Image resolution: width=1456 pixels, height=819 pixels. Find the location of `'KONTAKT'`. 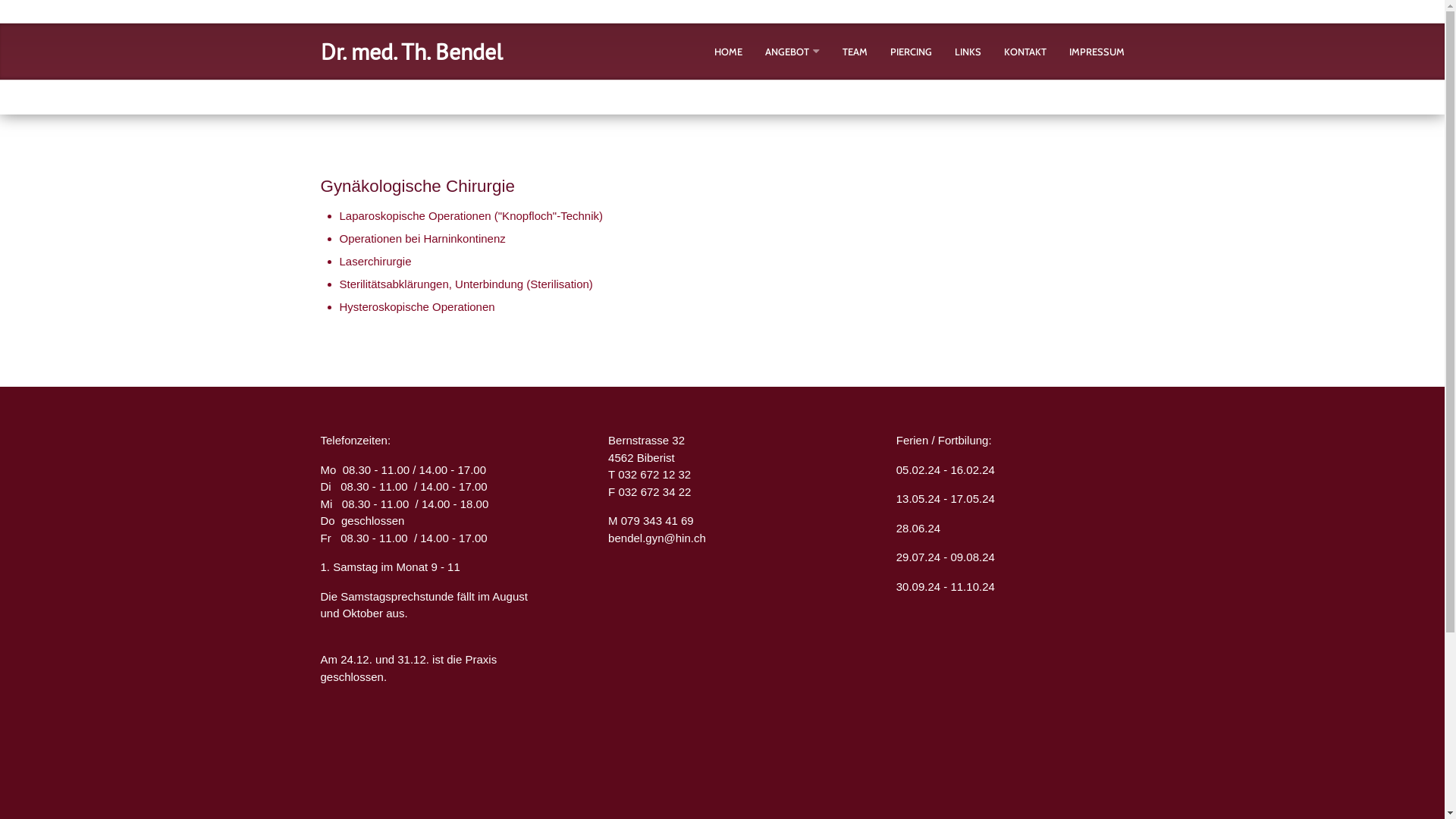

'KONTAKT' is located at coordinates (1025, 51).